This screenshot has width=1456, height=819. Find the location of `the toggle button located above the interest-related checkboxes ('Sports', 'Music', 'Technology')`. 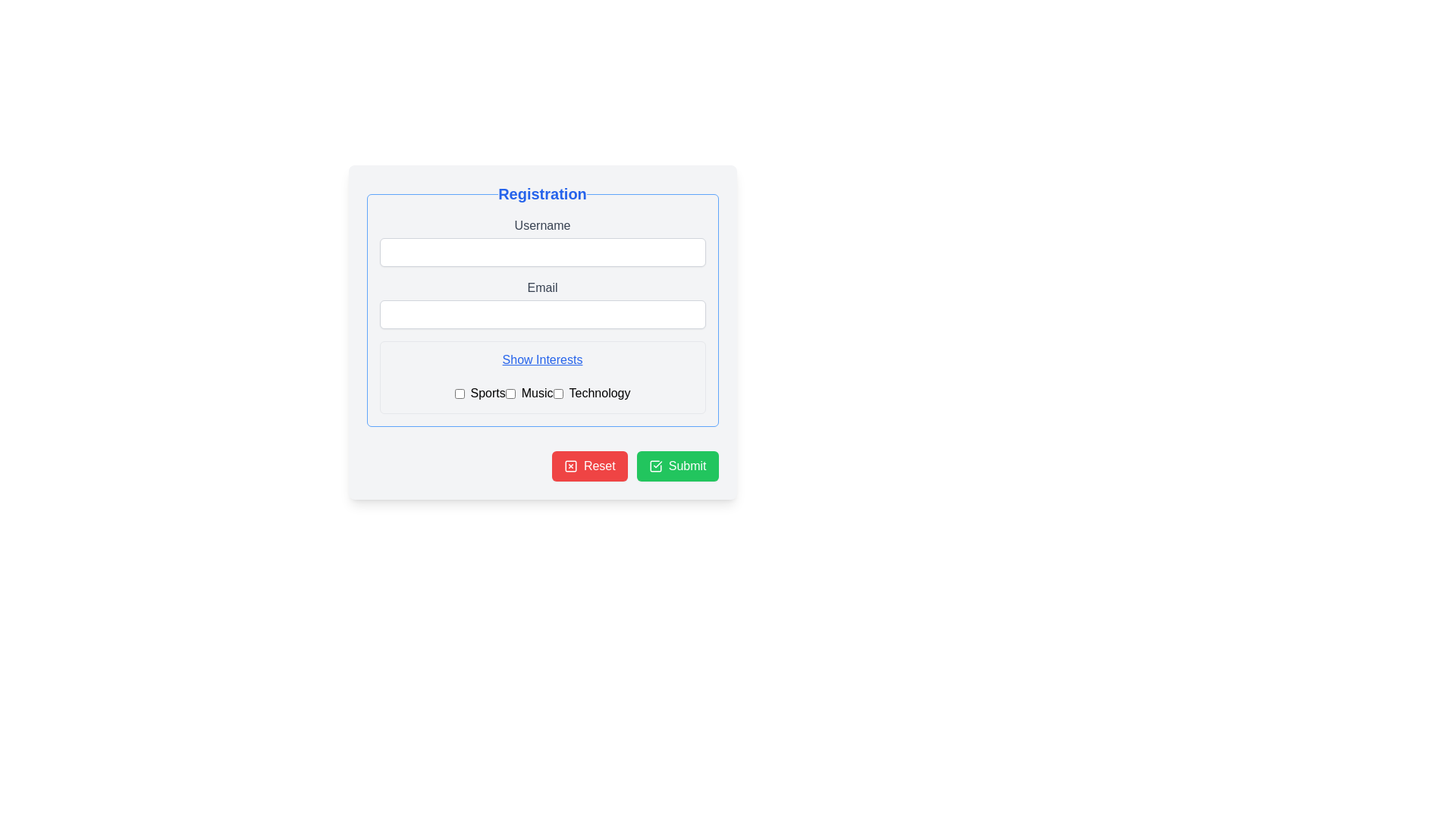

the toggle button located above the interest-related checkboxes ('Sports', 'Music', 'Technology') is located at coordinates (542, 359).